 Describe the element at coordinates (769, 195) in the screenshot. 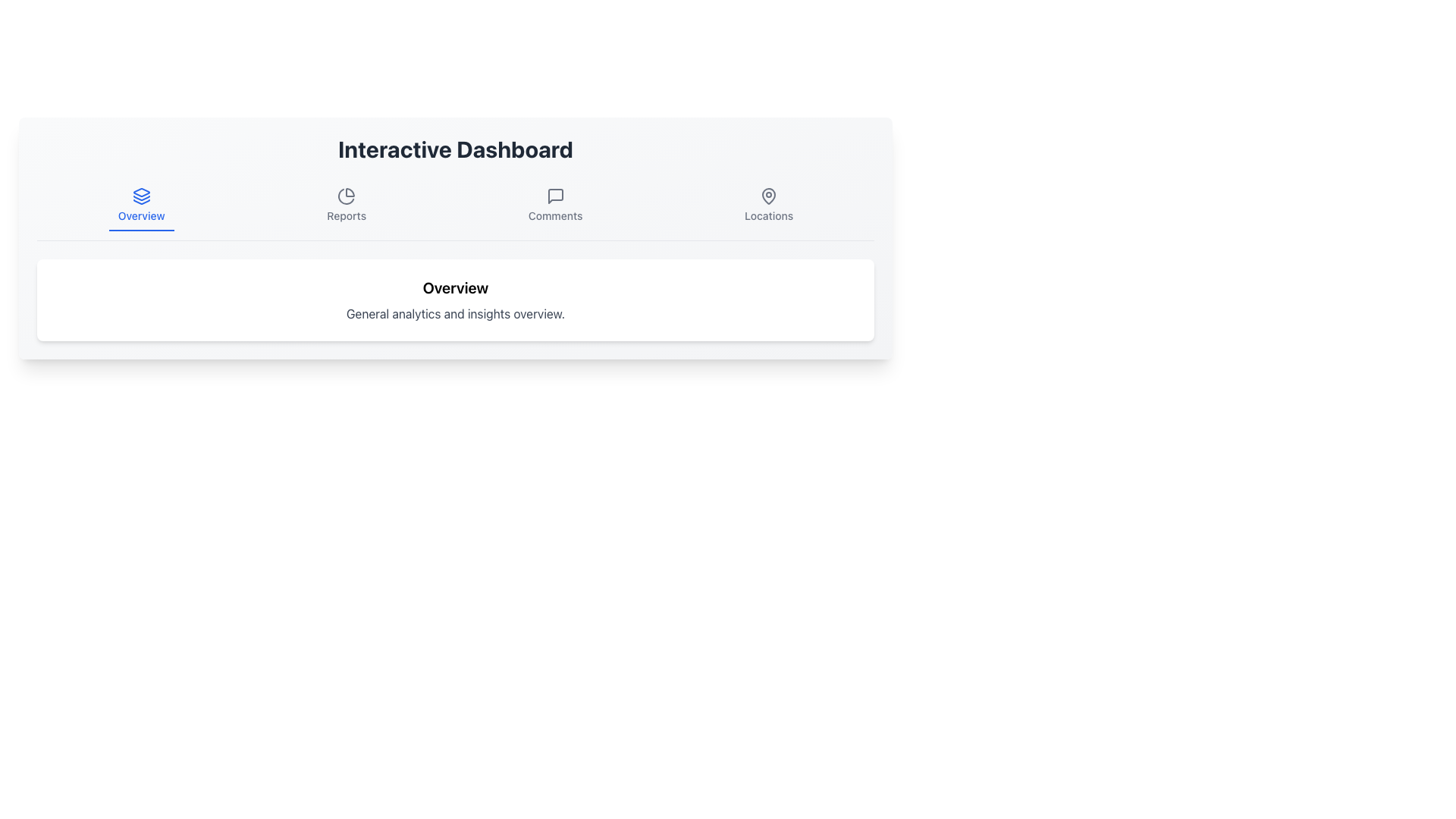

I see `the pin-shaped icon in line art style located at the top-right corner of the 'Locations' button in the navigation menu` at that location.